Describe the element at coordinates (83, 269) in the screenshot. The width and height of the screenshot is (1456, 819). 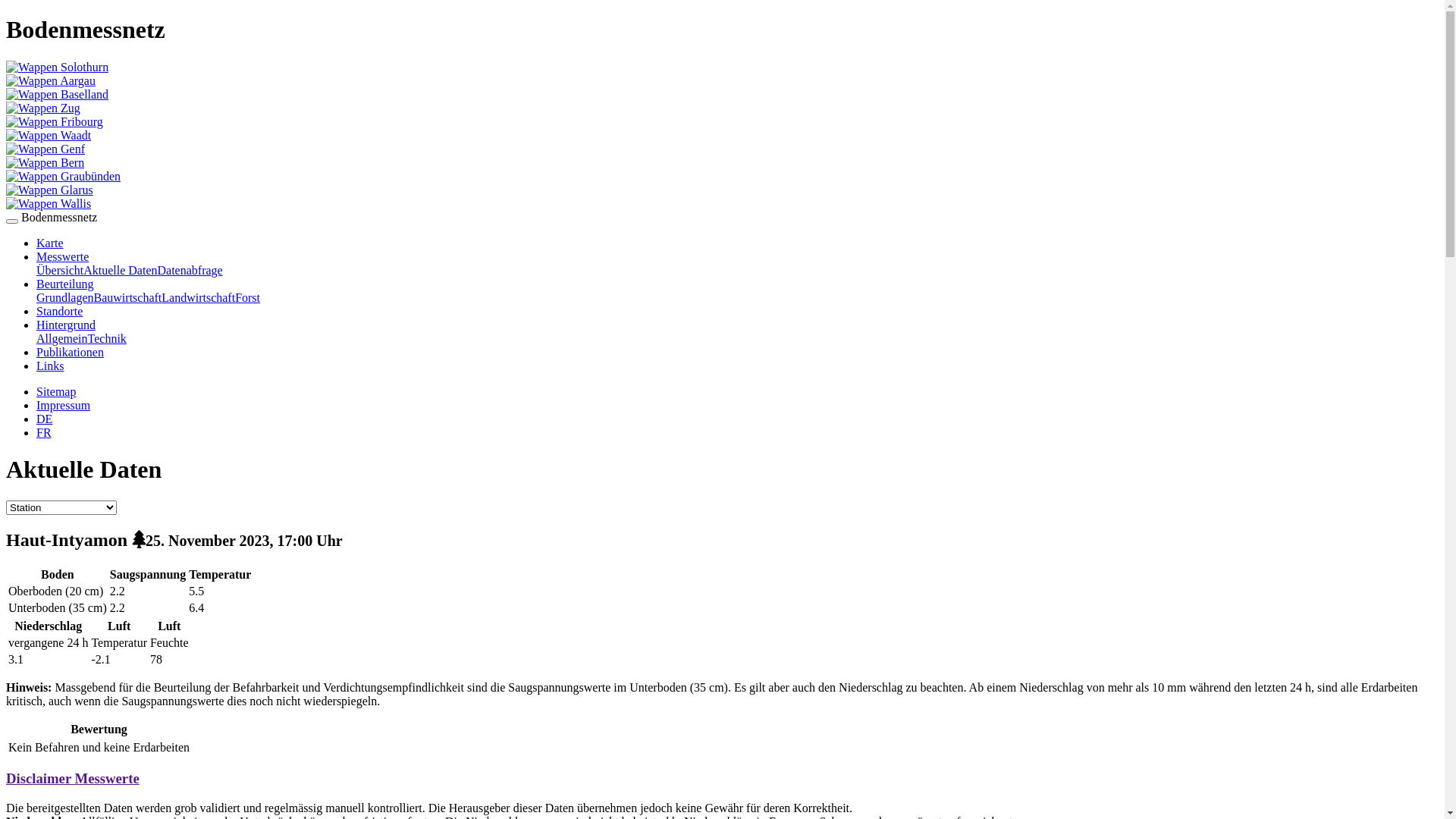
I see `'Aktuelle Daten'` at that location.